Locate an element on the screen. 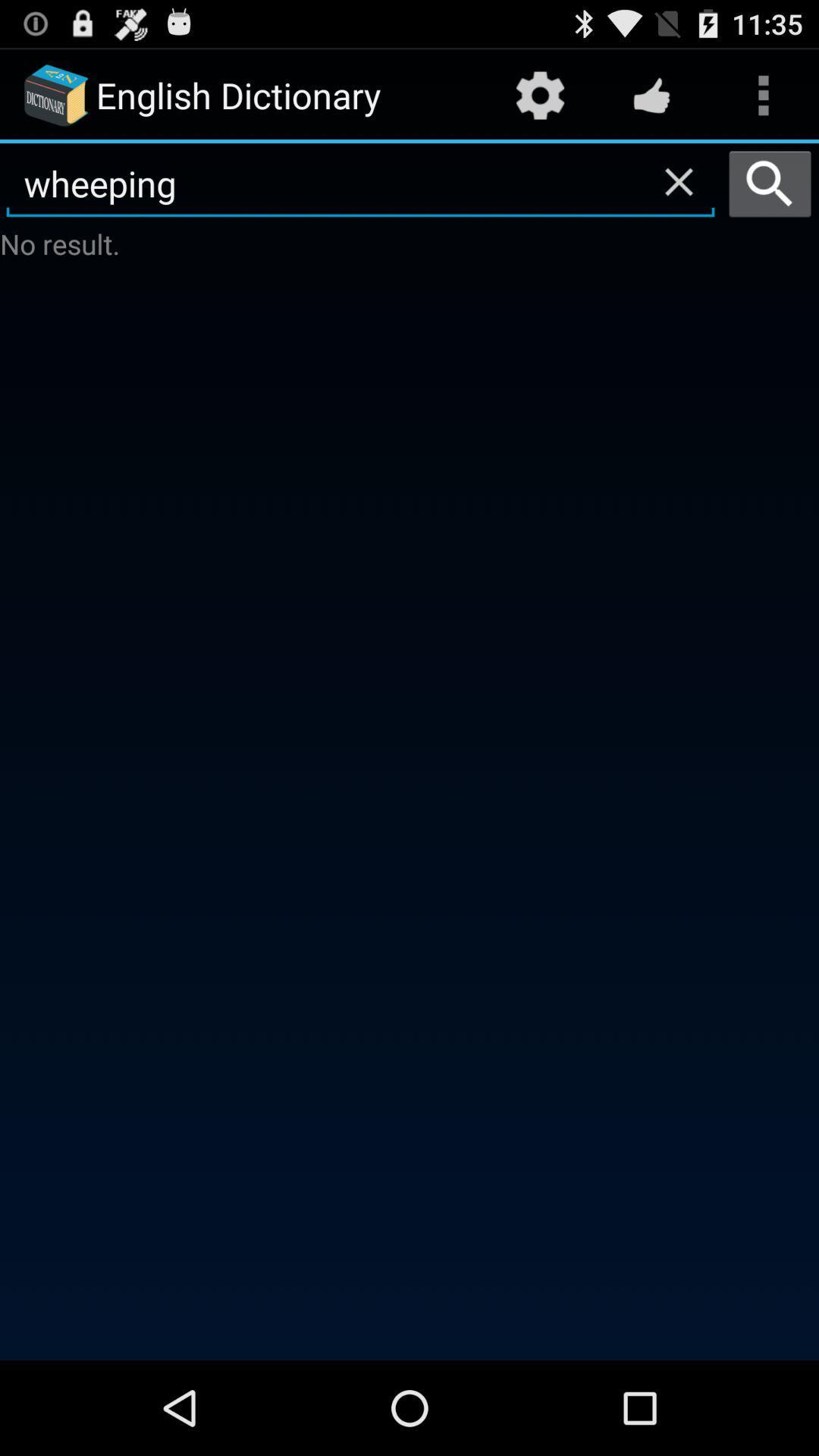 The height and width of the screenshot is (1456, 819). wheeping item is located at coordinates (360, 184).